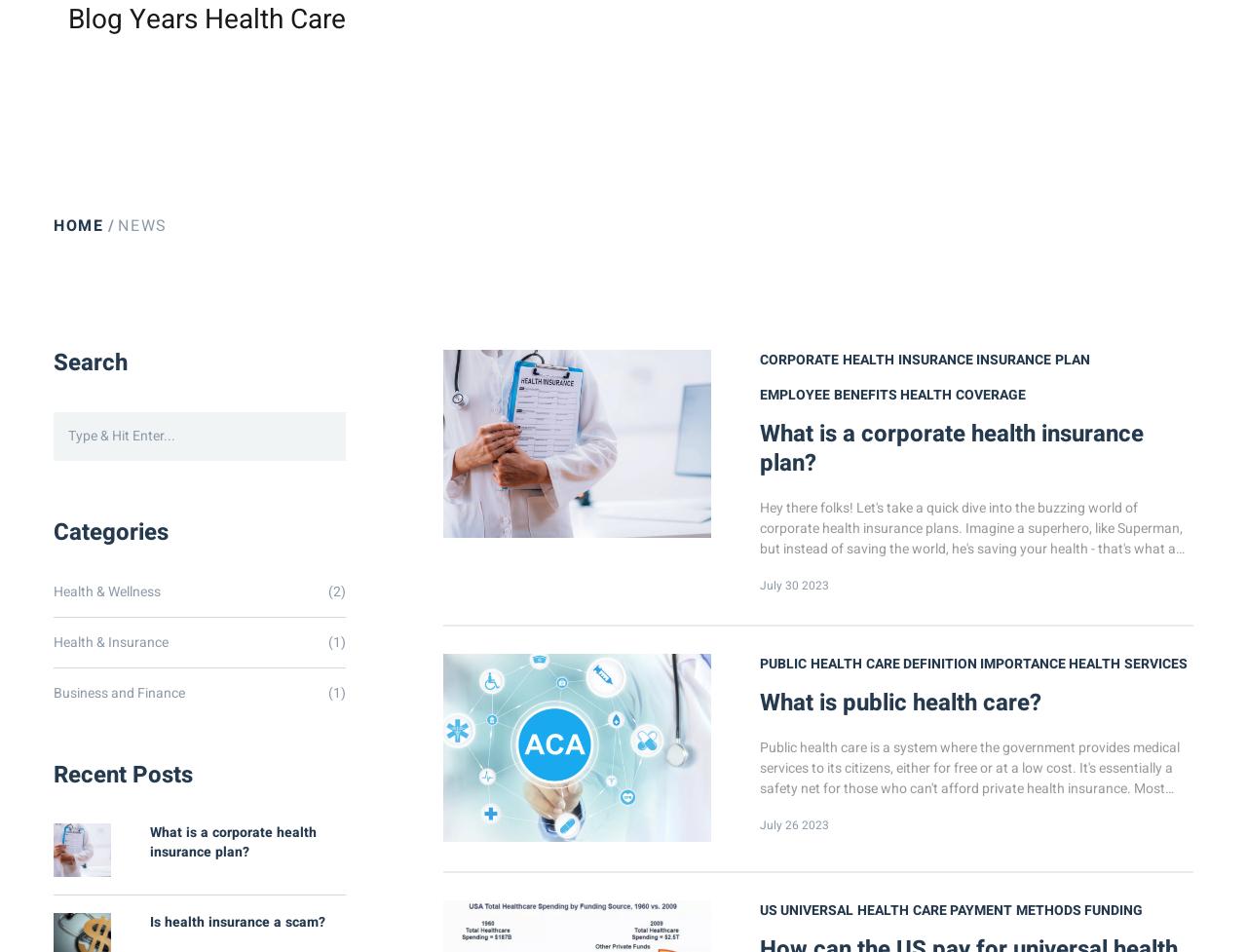 The width and height of the screenshot is (1247, 952). What do you see at coordinates (939, 664) in the screenshot?
I see `'definition'` at bounding box center [939, 664].